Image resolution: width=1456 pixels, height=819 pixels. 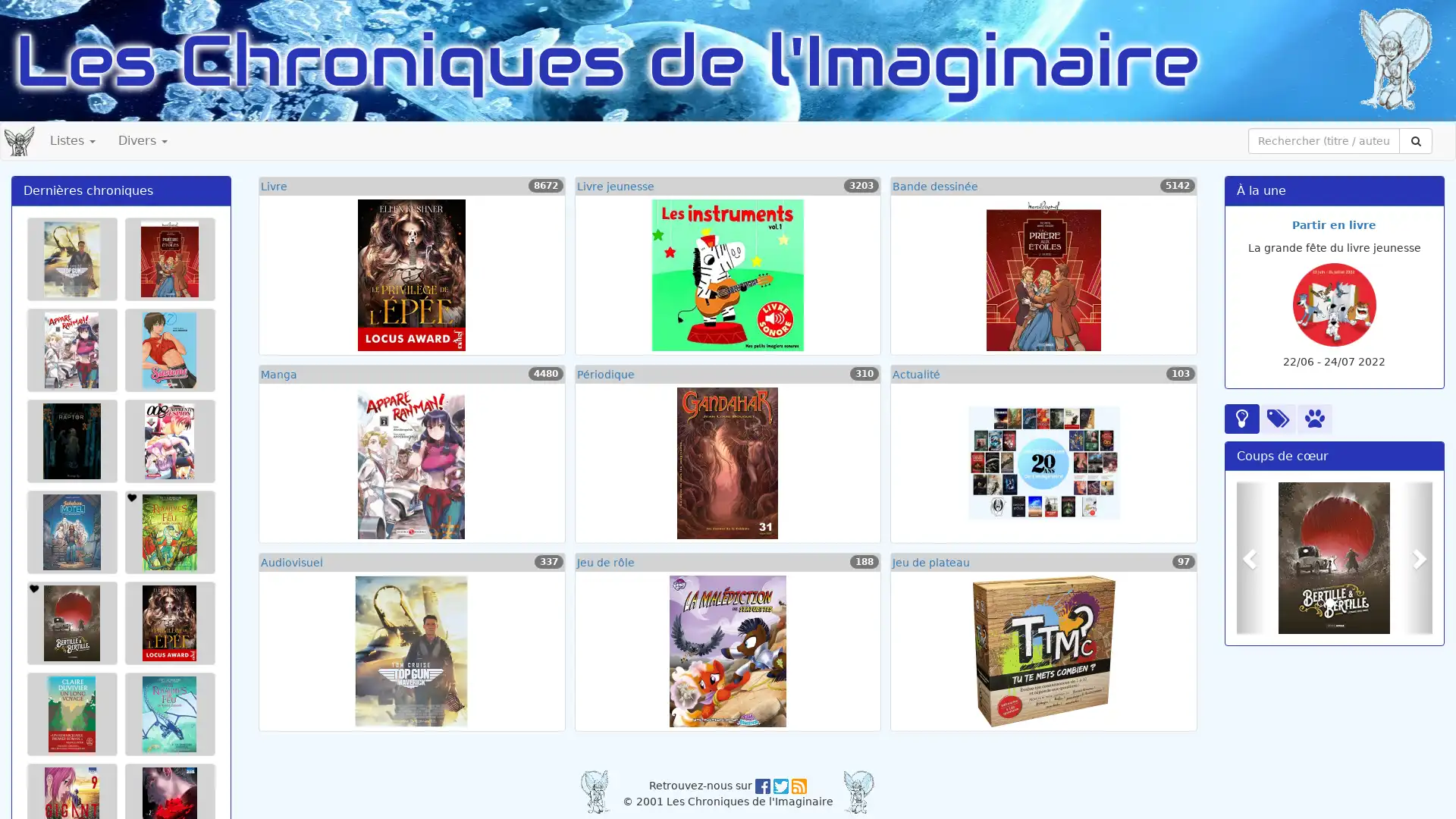 What do you see at coordinates (143, 140) in the screenshot?
I see `Divers` at bounding box center [143, 140].